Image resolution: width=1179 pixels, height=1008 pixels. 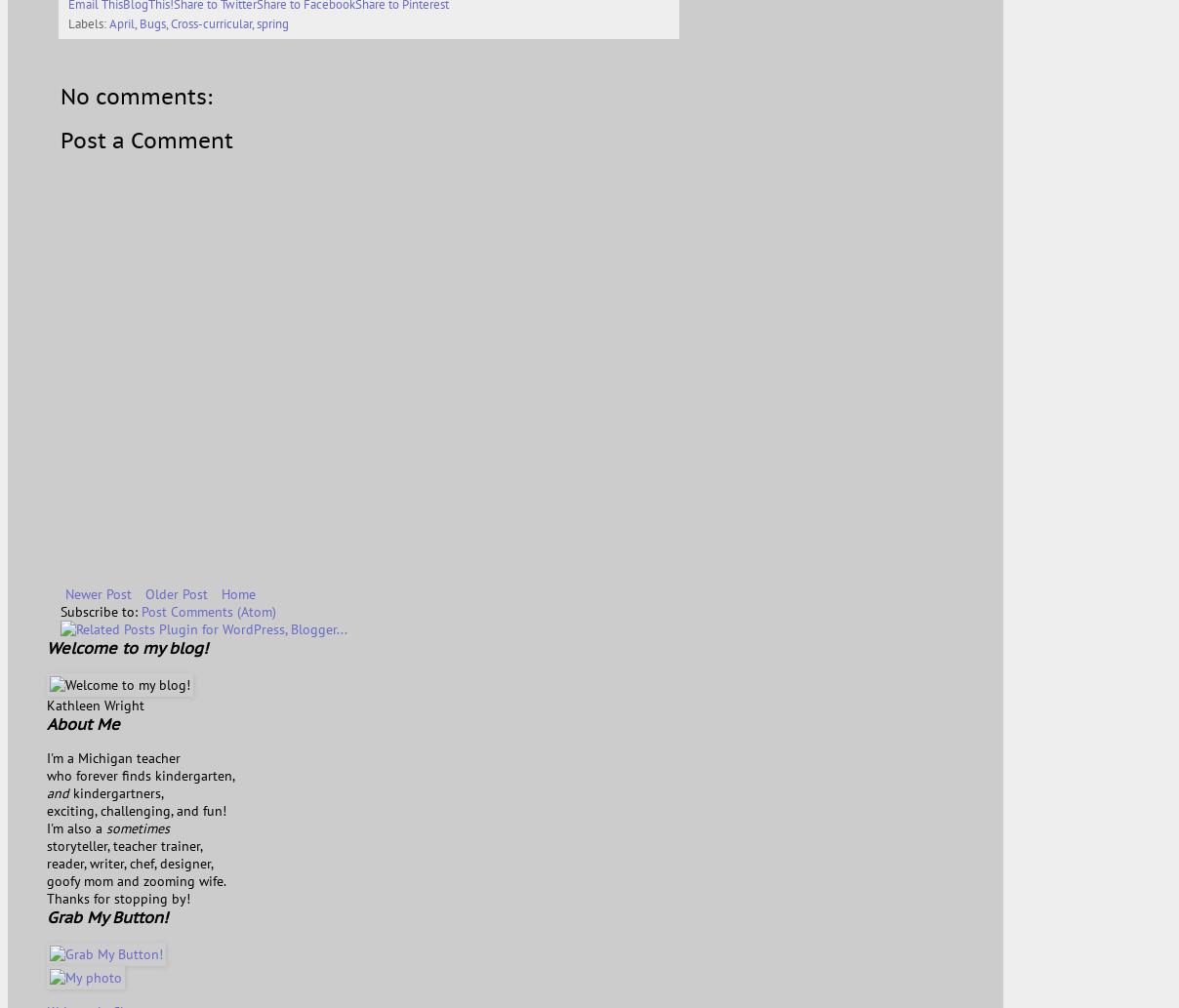 What do you see at coordinates (117, 896) in the screenshot?
I see `'Thanks for stopping by!'` at bounding box center [117, 896].